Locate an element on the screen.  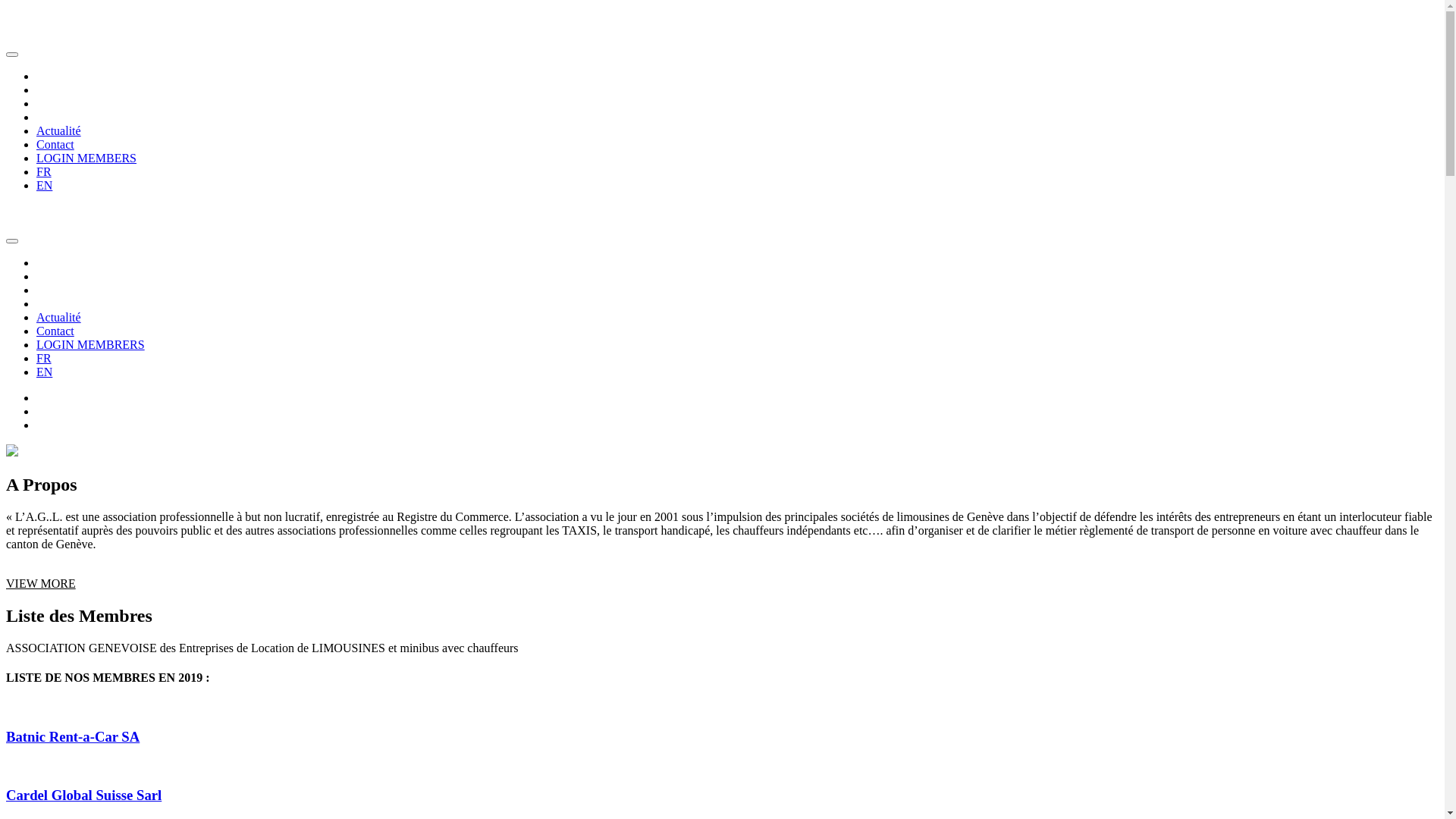
'VIEW MORE' is located at coordinates (40, 582).